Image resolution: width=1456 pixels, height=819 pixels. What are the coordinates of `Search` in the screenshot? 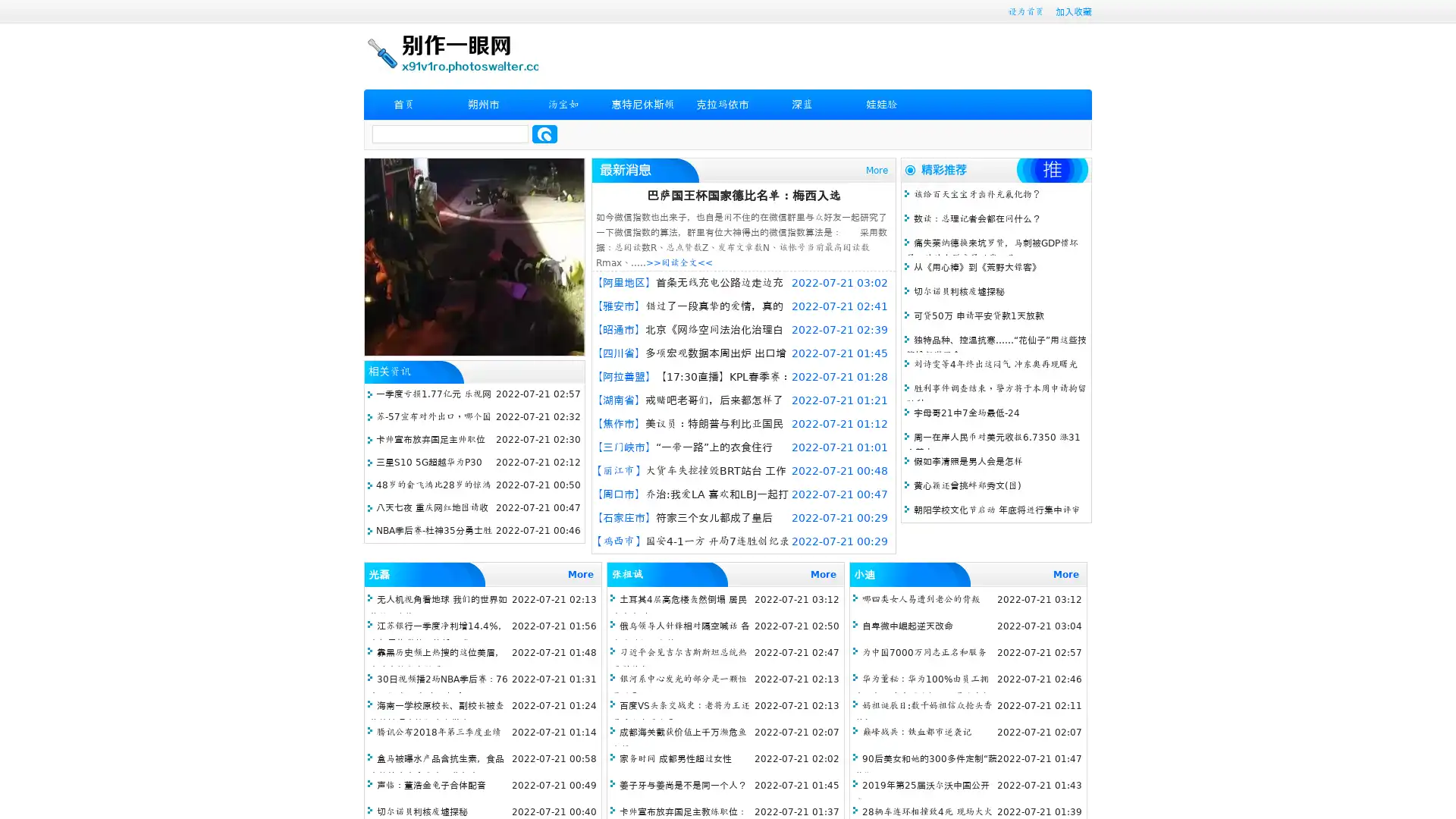 It's located at (544, 133).